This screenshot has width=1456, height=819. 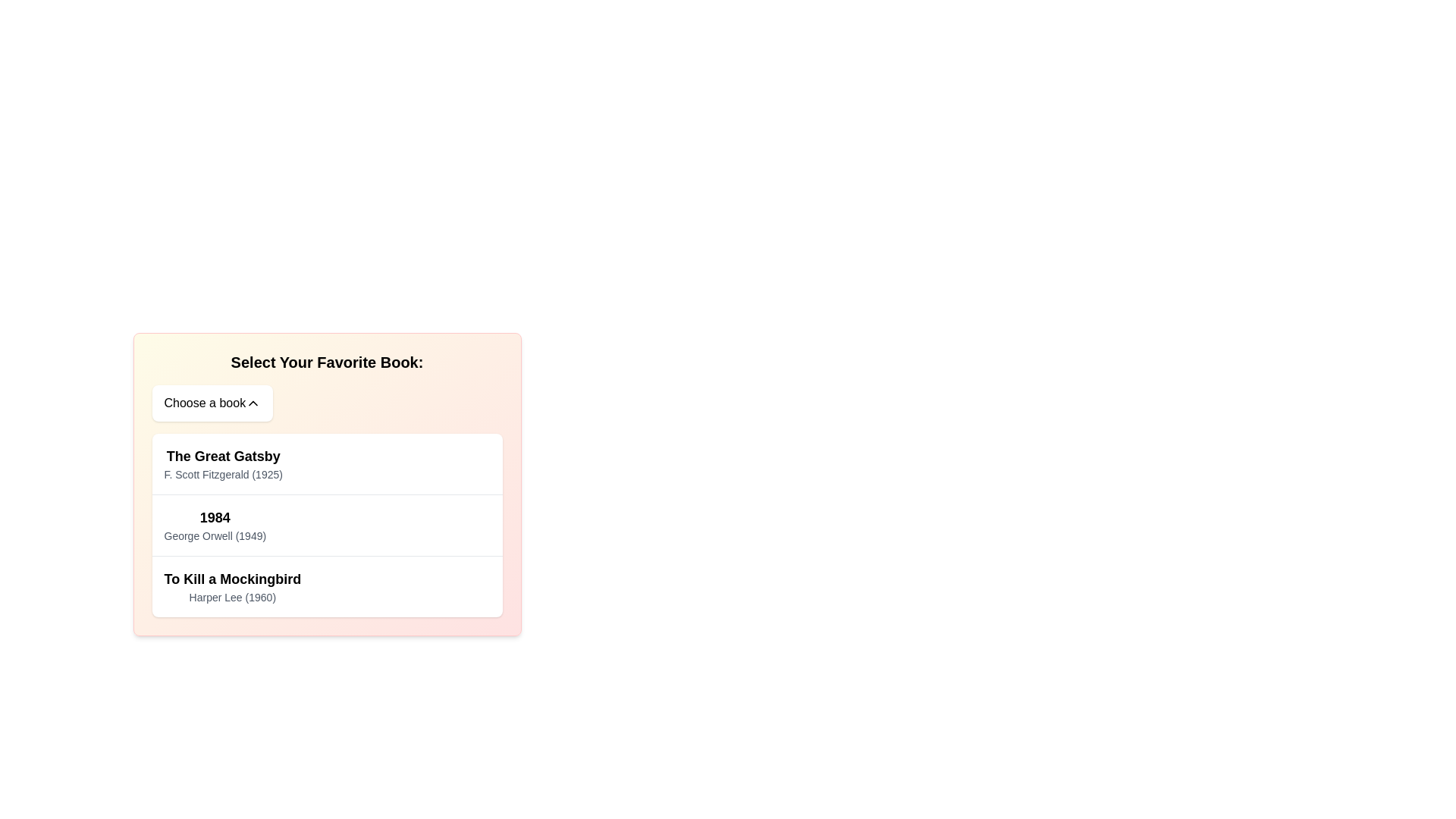 What do you see at coordinates (326, 485) in the screenshot?
I see `the first book item titled 'The Great Gatsby' in the list` at bounding box center [326, 485].